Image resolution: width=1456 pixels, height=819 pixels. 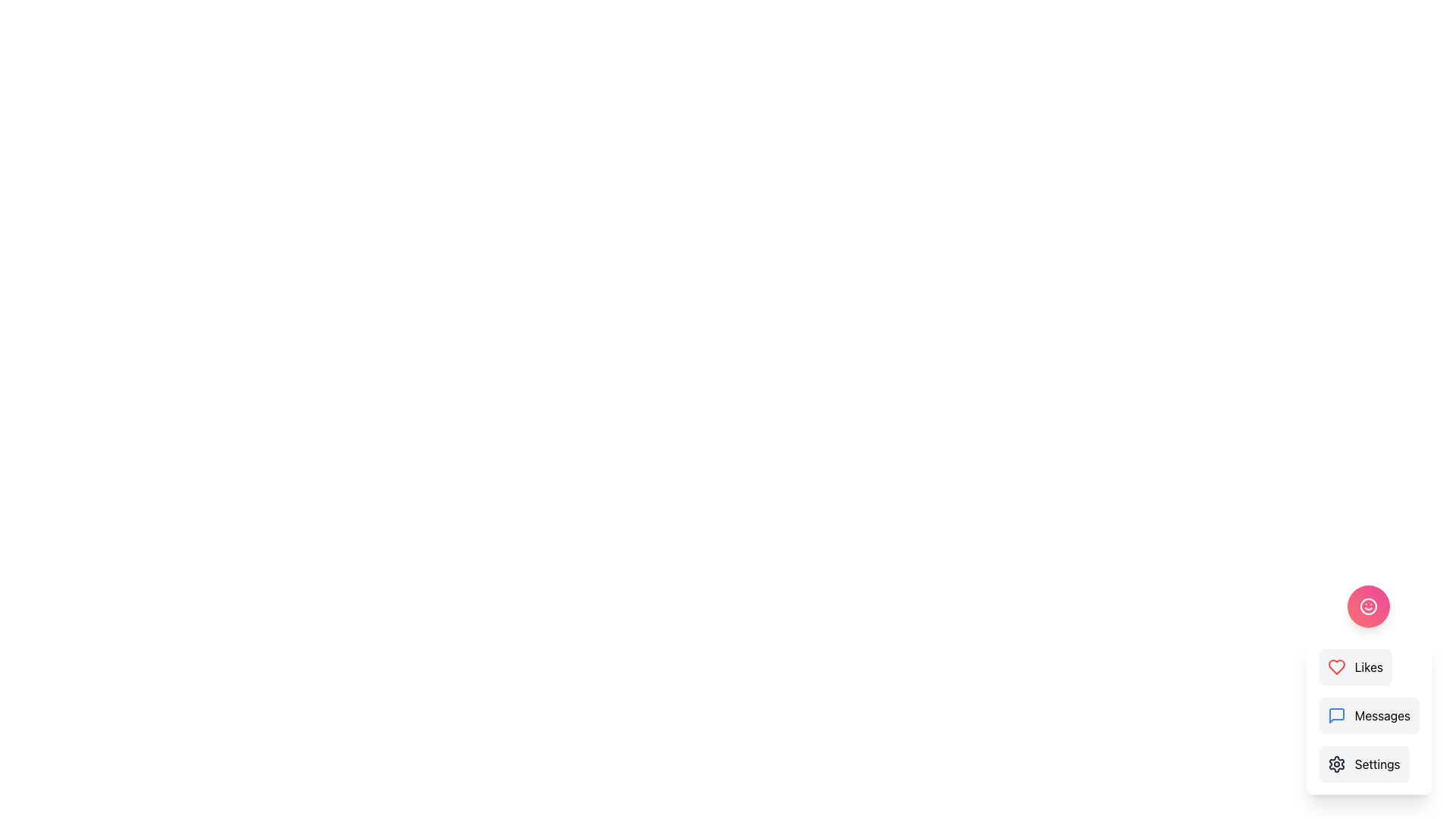 What do you see at coordinates (1336, 764) in the screenshot?
I see `the cogwheel icon located in the bottom-right corner of the panel, associated with the 'Settings' label` at bounding box center [1336, 764].